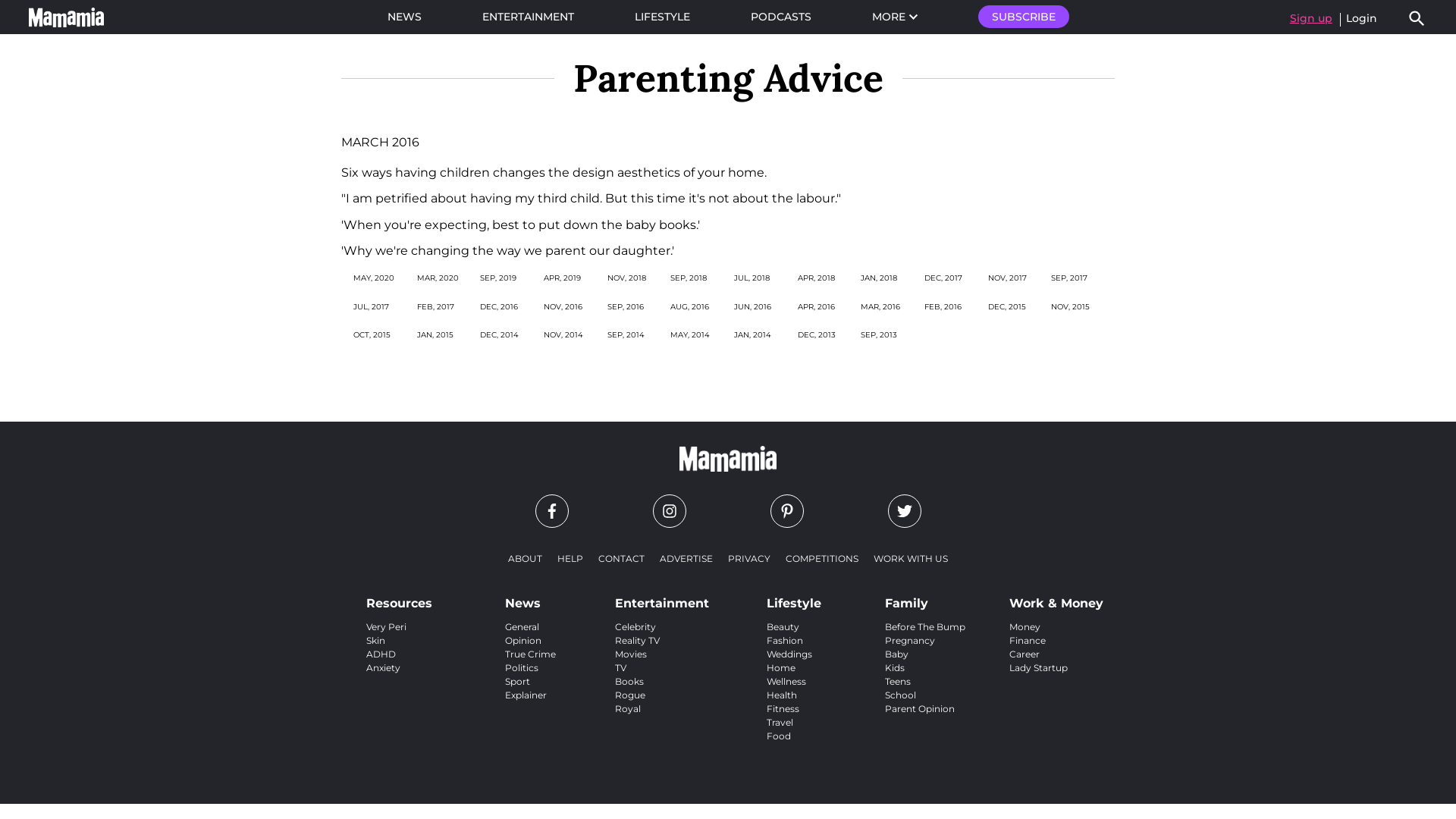  I want to click on 'Money', so click(1009, 626).